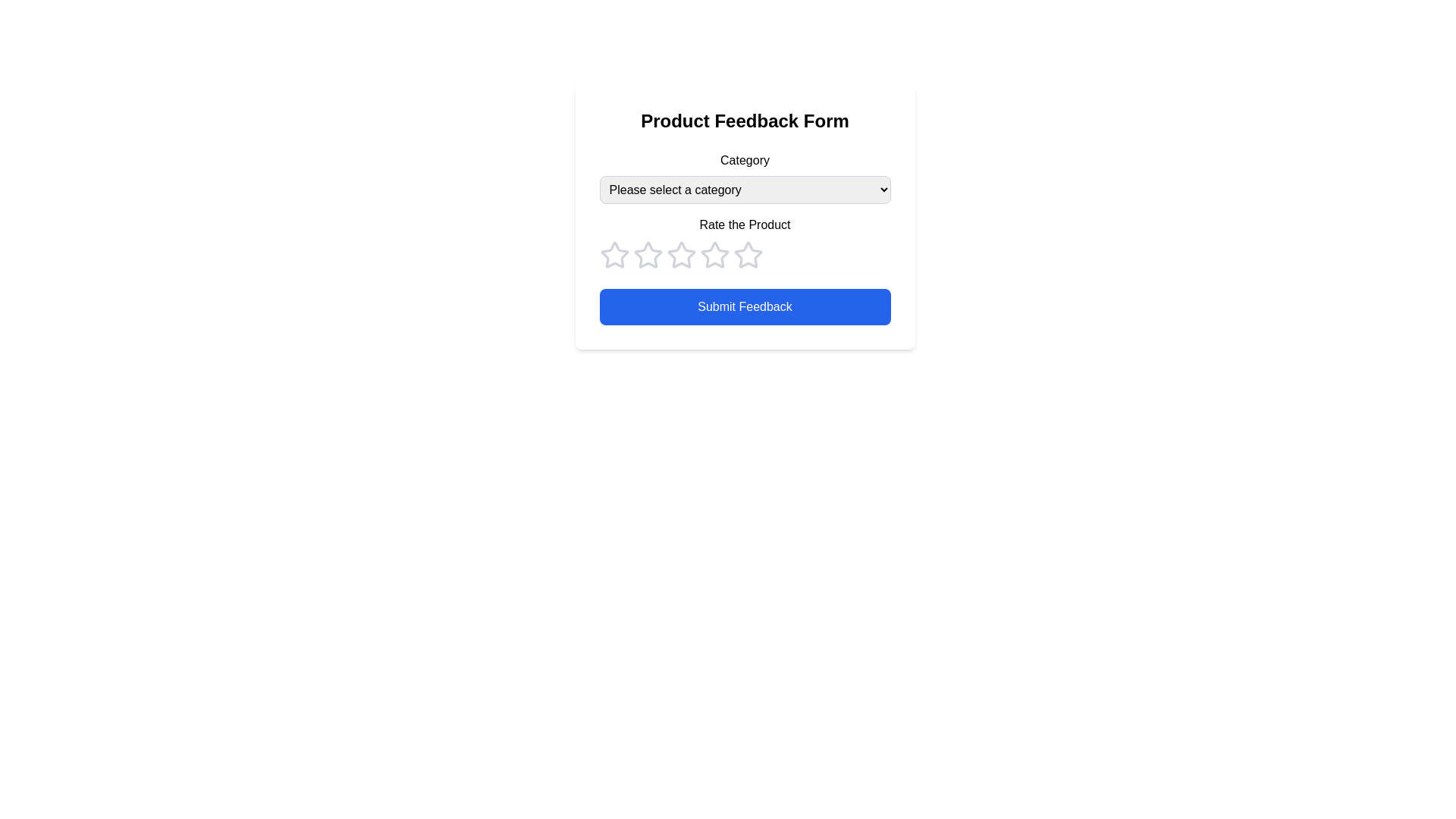 The height and width of the screenshot is (819, 1456). What do you see at coordinates (748, 254) in the screenshot?
I see `the fourth star icon in the rating system located below the 'Rate the Product' label in the feedback form interface` at bounding box center [748, 254].